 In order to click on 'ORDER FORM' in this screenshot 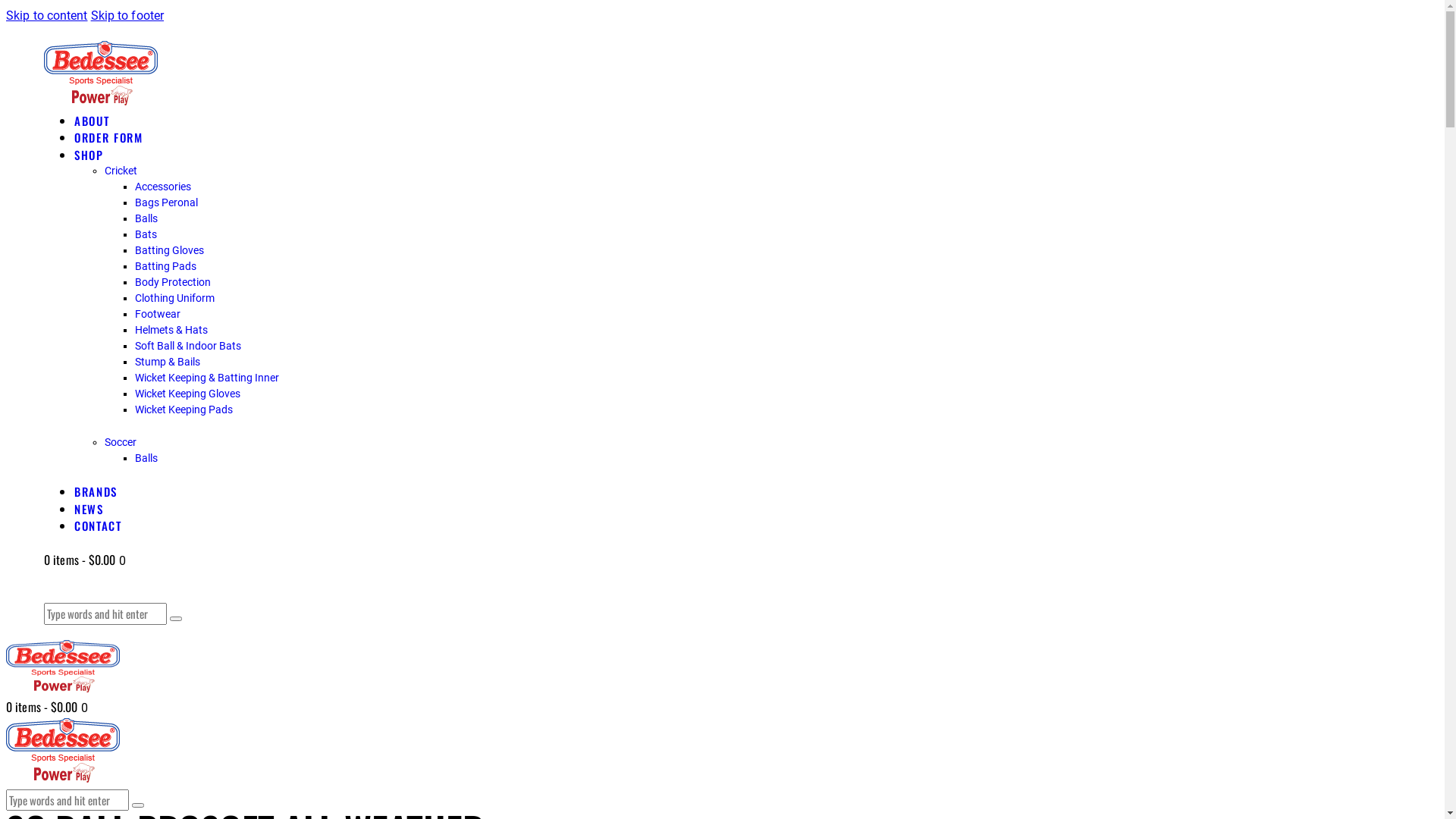, I will do `click(108, 137)`.